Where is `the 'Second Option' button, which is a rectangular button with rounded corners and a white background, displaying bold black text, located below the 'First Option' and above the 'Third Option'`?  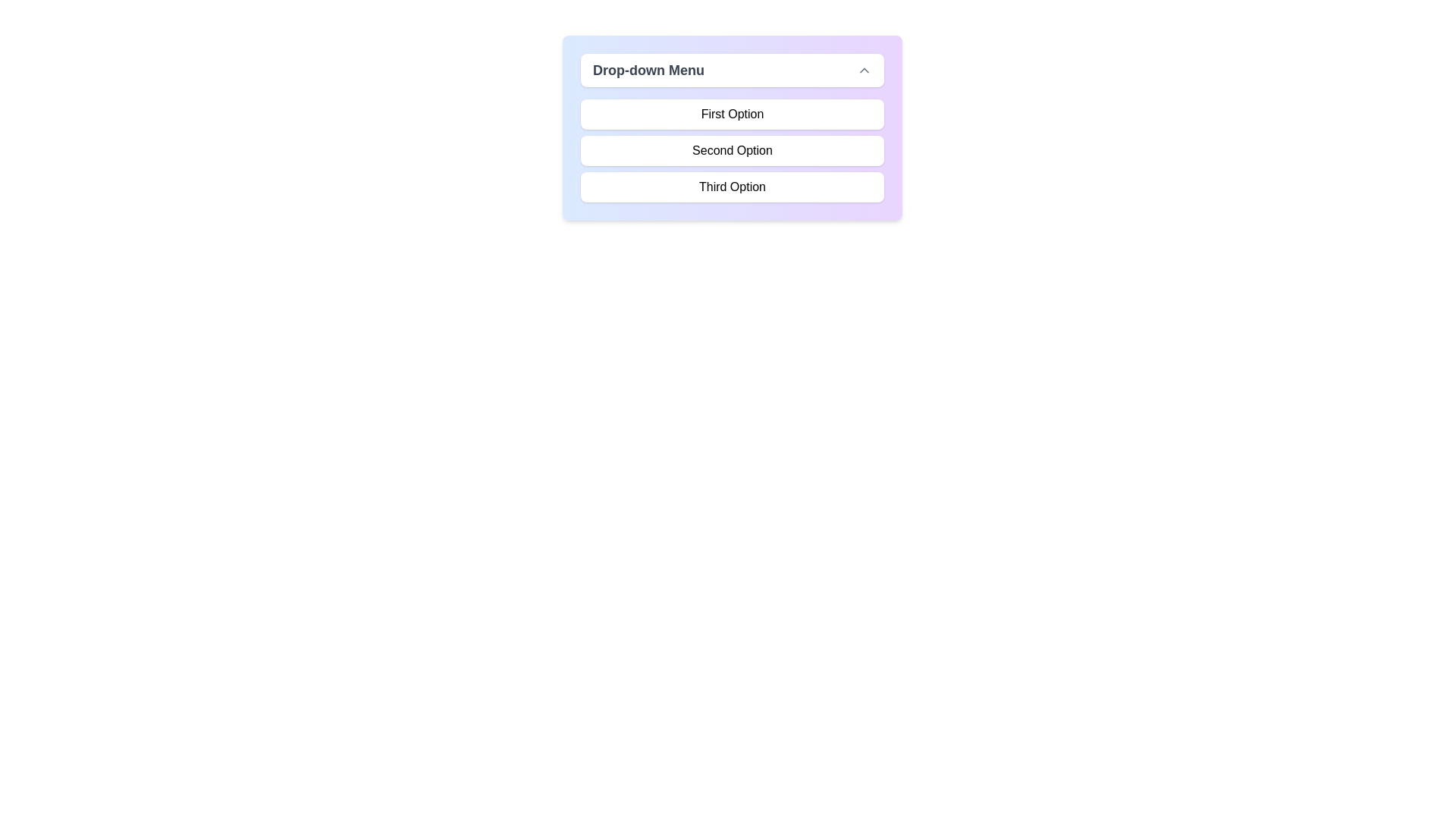 the 'Second Option' button, which is a rectangular button with rounded corners and a white background, displaying bold black text, located below the 'First Option' and above the 'Third Option' is located at coordinates (732, 151).